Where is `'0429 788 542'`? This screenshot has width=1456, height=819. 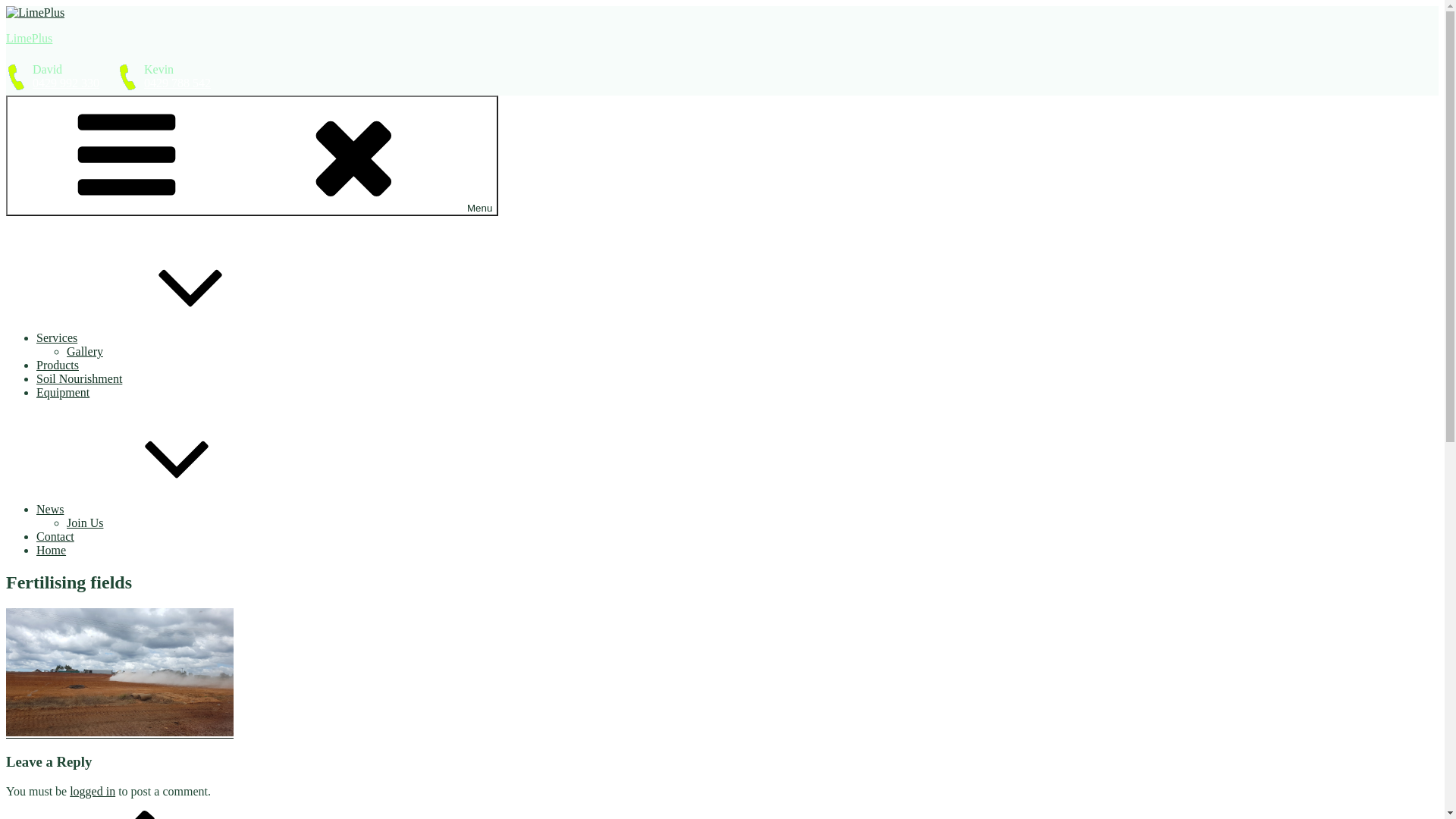
'0429 788 542' is located at coordinates (177, 83).